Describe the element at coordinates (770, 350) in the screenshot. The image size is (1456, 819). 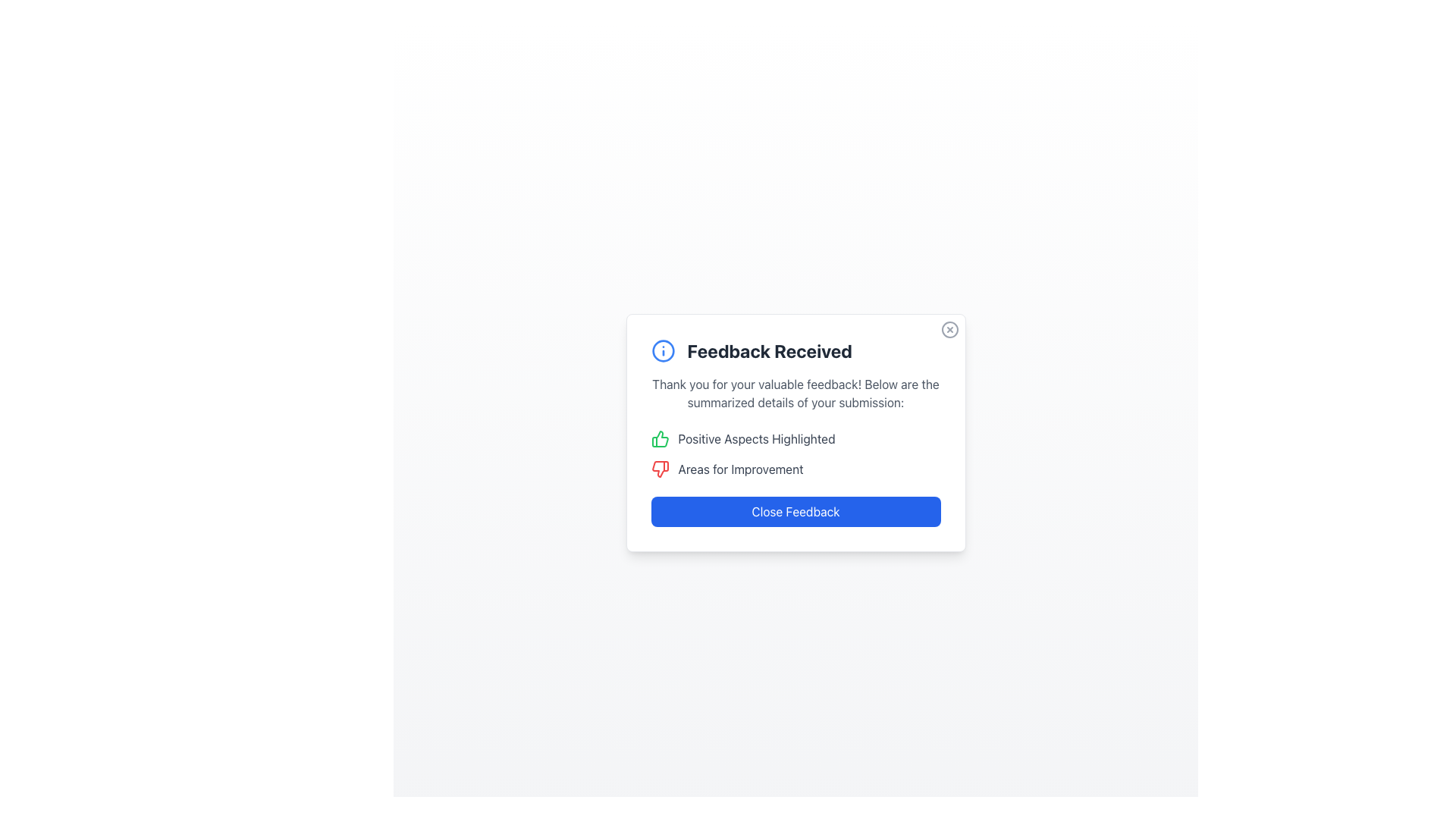
I see `the bold text heading displaying 'Feedback Received' which is located to the right of an informational icon in the feedback modal` at that location.